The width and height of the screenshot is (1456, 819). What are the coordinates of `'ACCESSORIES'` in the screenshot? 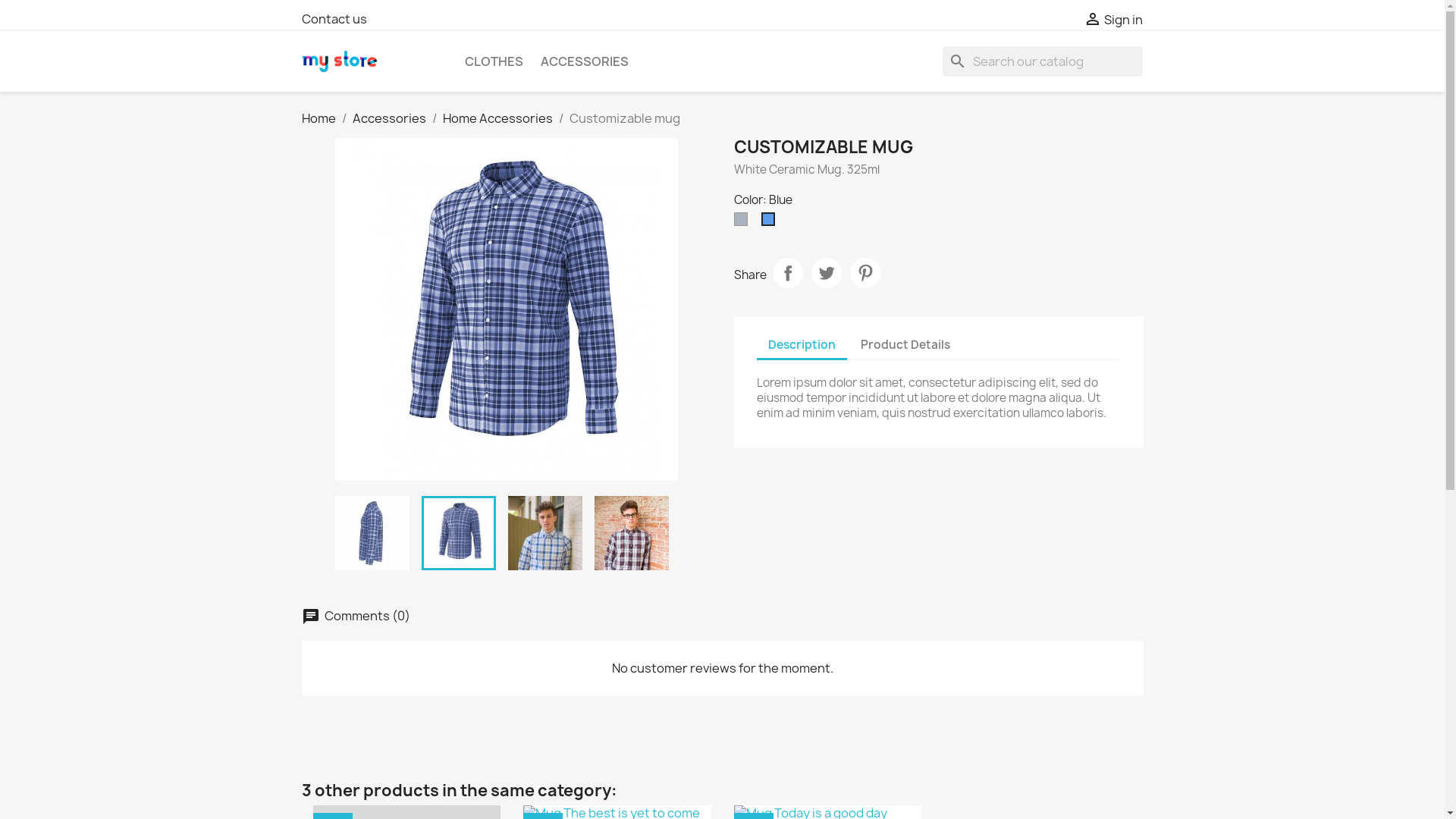 It's located at (532, 61).